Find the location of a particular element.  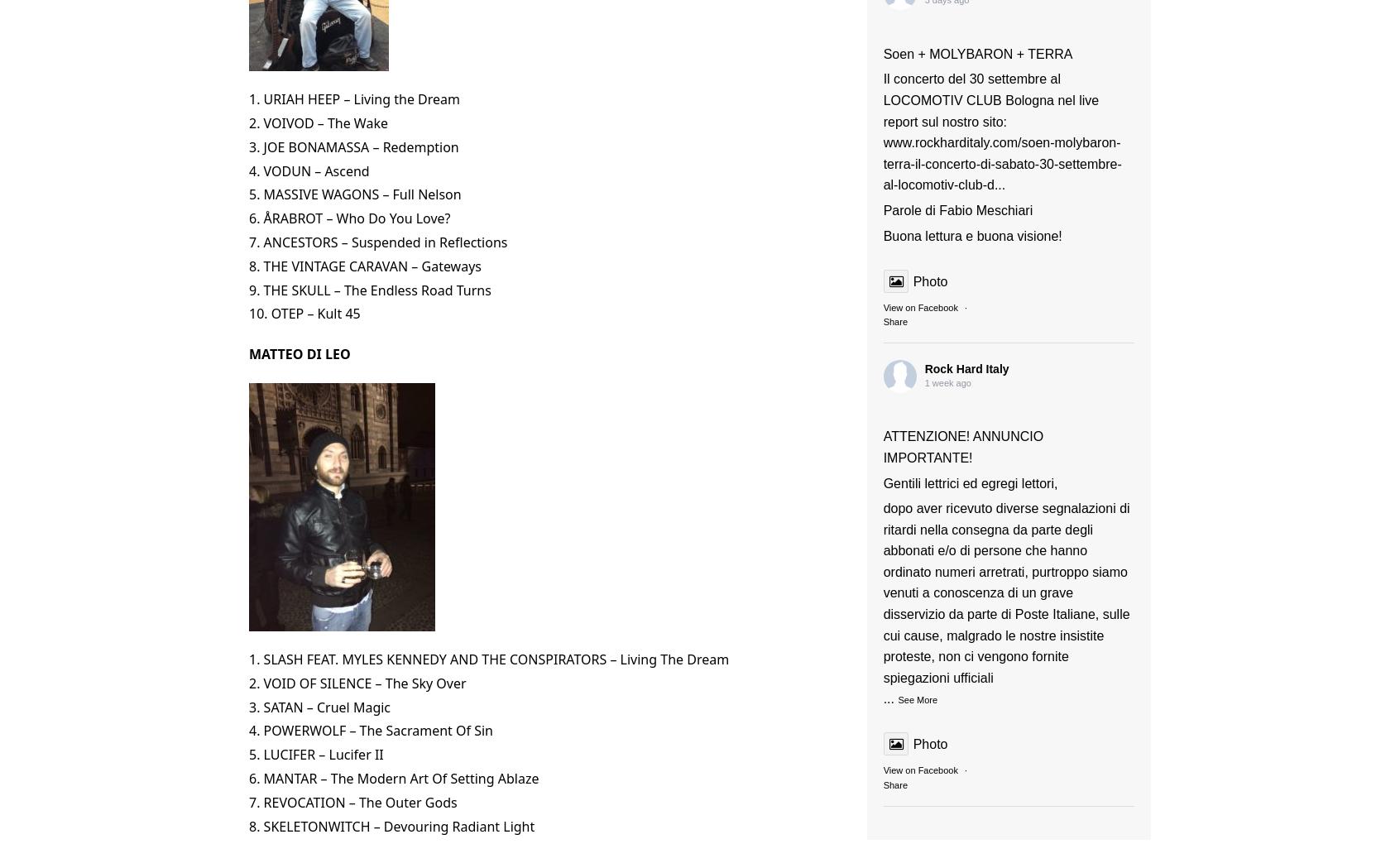

'4. VODUN – Ascend' is located at coordinates (309, 170).